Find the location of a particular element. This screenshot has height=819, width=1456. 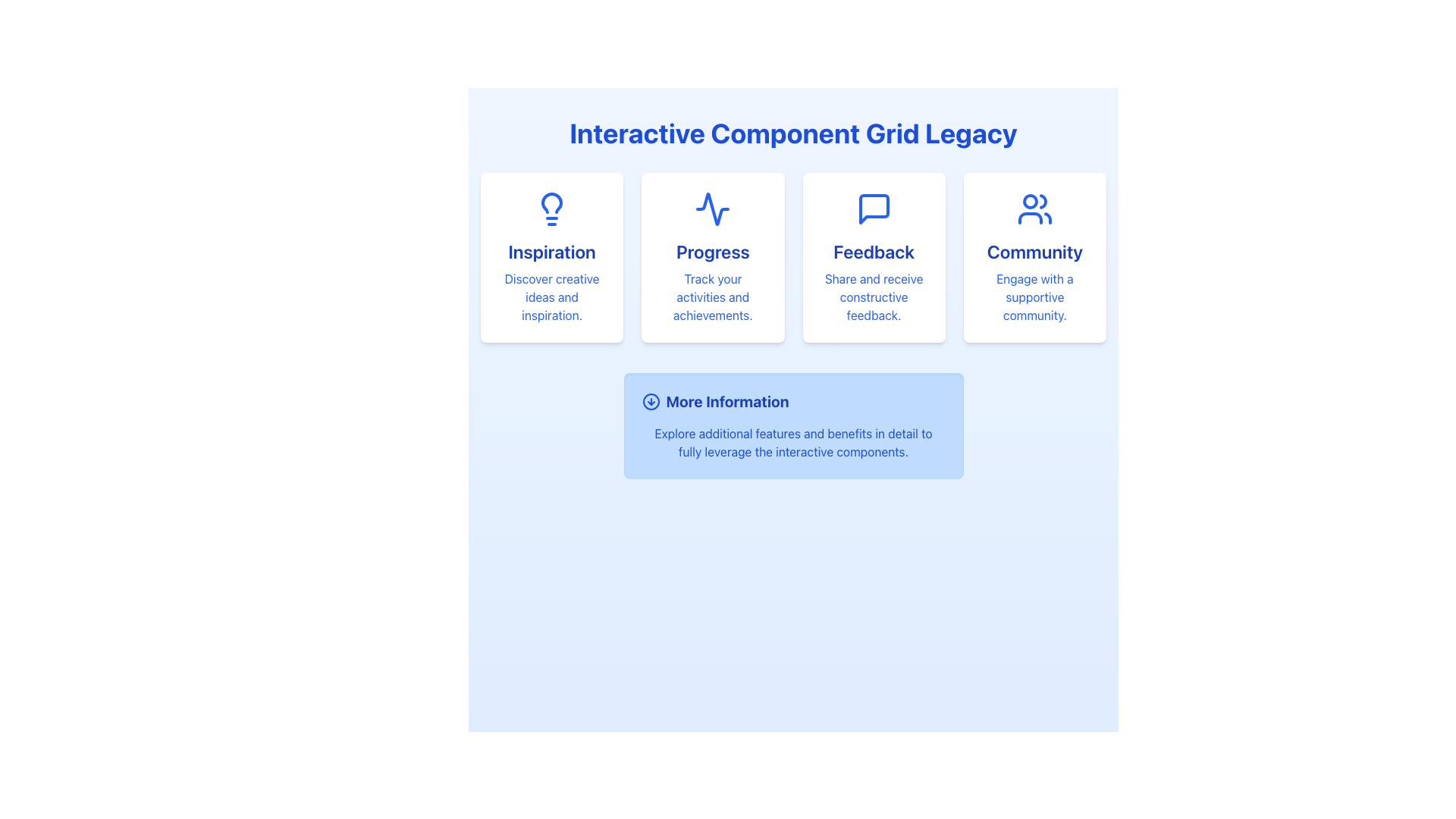

text content of the descriptive information or tagline at the bottom of the card labeled 'Inspiration' is located at coordinates (551, 297).